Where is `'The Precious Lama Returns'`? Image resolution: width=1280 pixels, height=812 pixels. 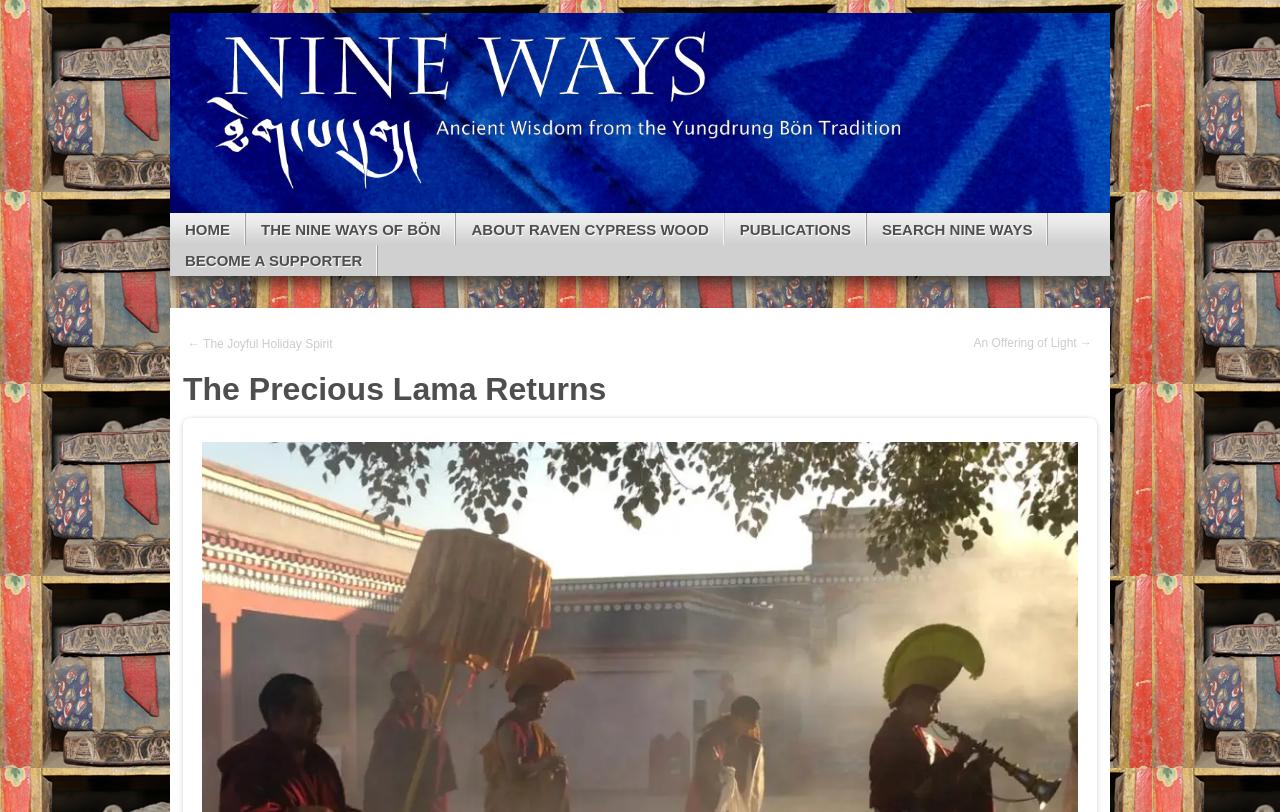 'The Precious Lama Returns' is located at coordinates (394, 389).